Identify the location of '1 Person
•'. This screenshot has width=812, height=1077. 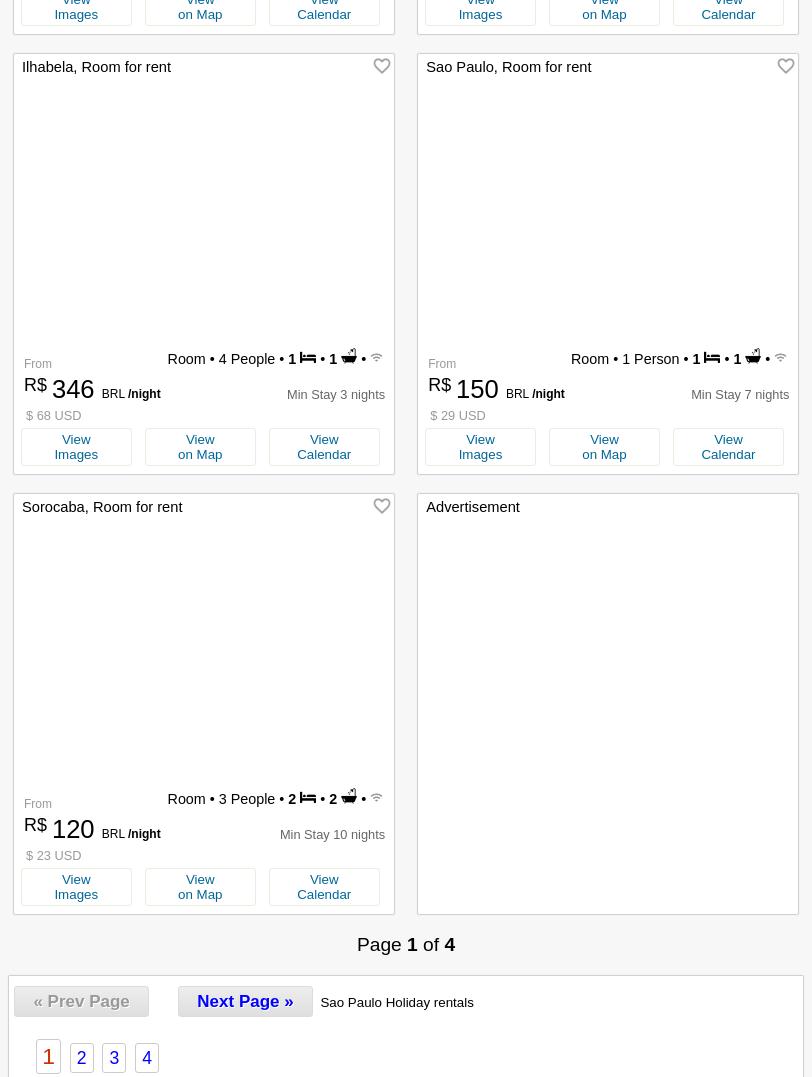
(655, 357).